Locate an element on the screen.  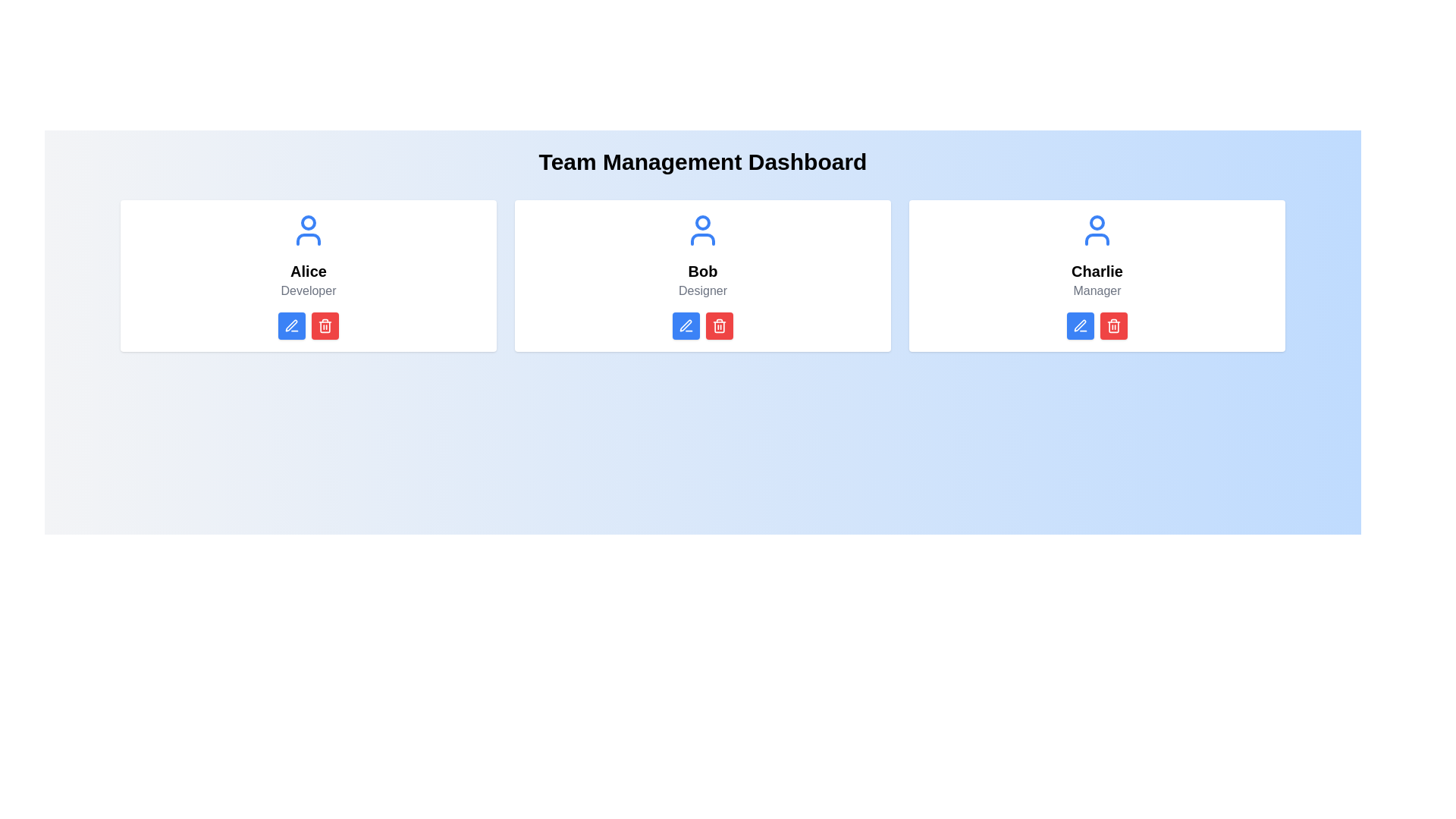
the text label reading 'Manager' which is styled in gray and located below the 'Charlie' text within the card titled 'Charlie' is located at coordinates (1097, 291).